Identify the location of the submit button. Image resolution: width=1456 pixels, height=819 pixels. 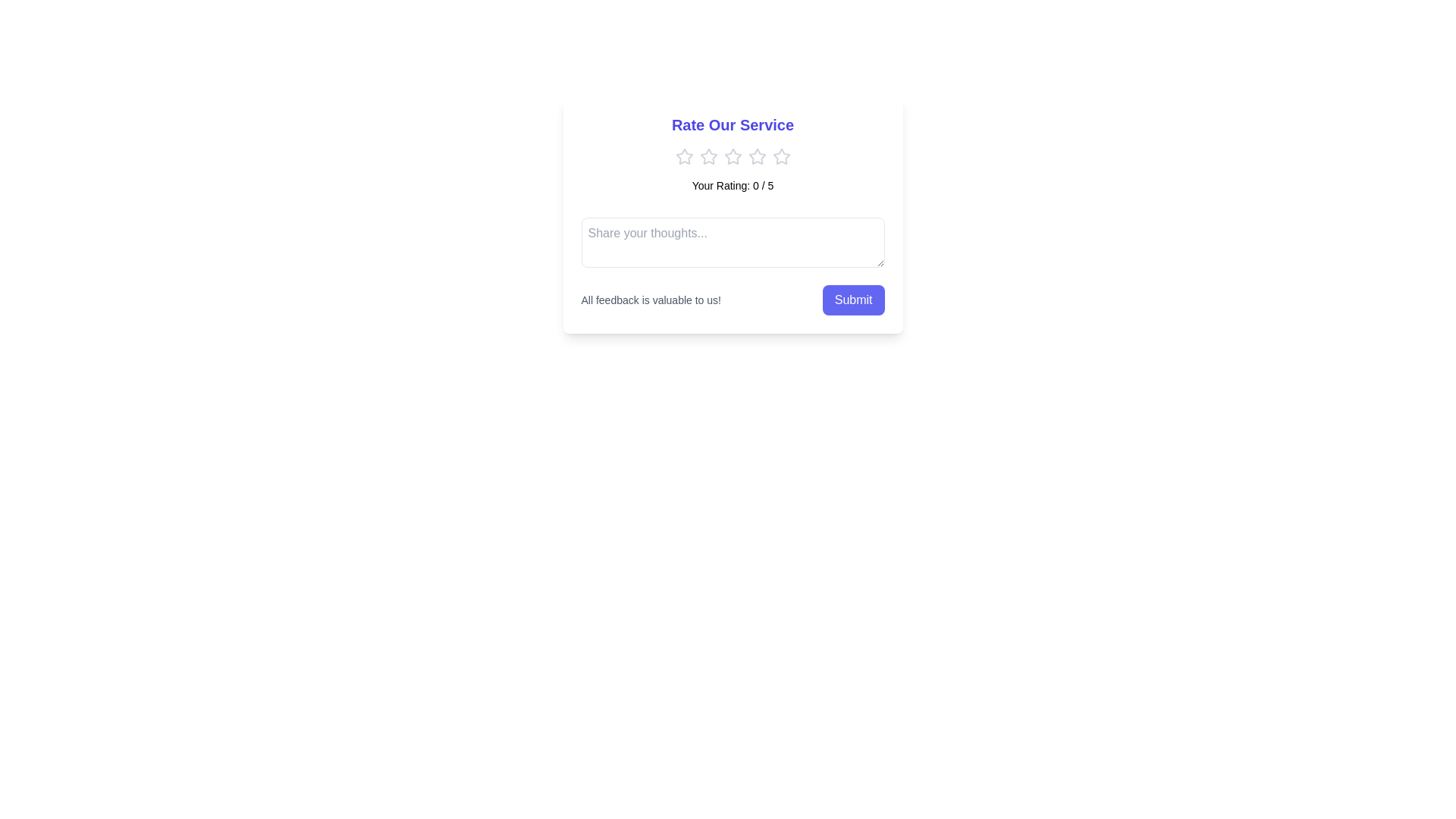
(853, 300).